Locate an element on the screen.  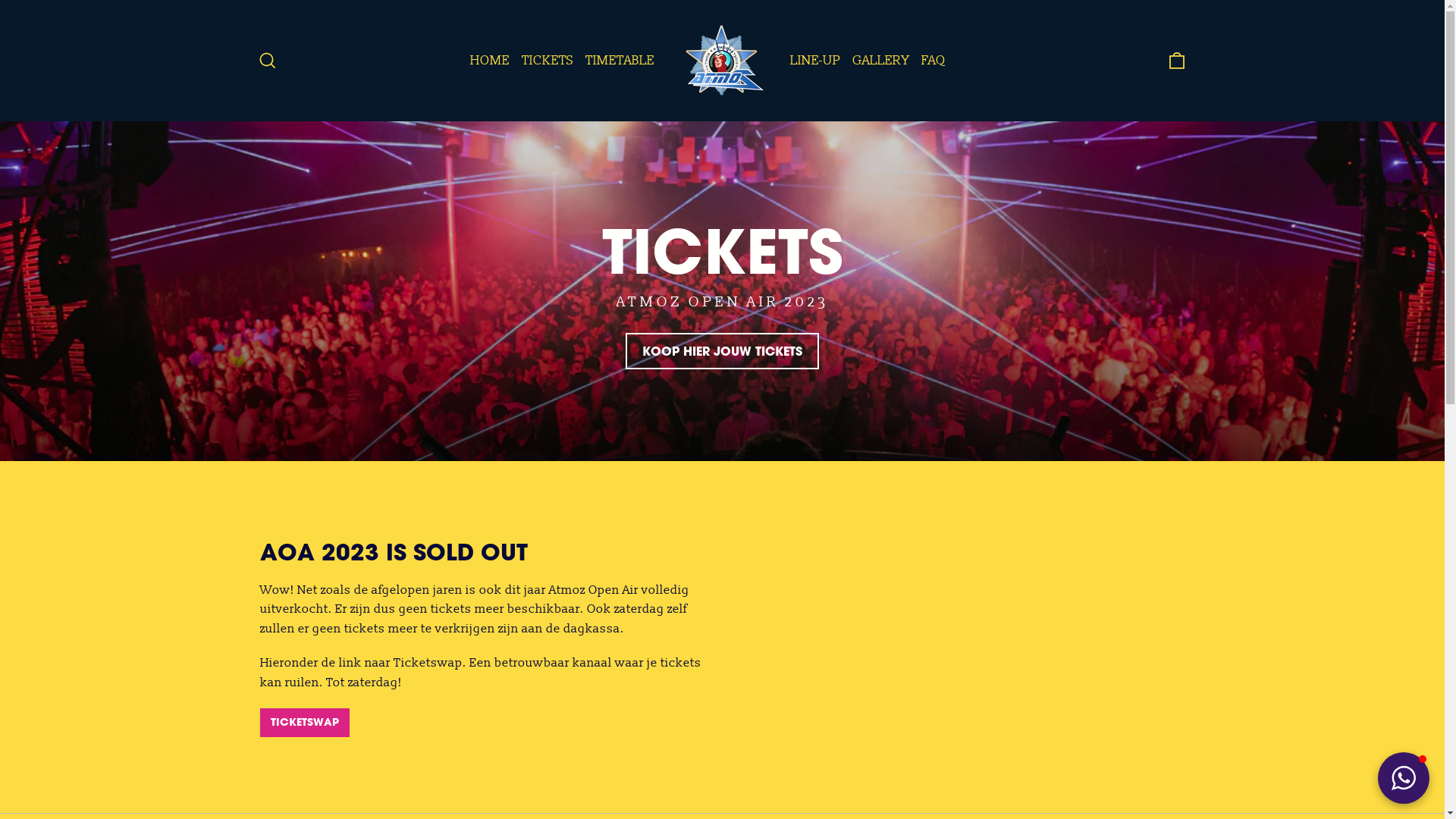
'Cart' is located at coordinates (1159, 60).